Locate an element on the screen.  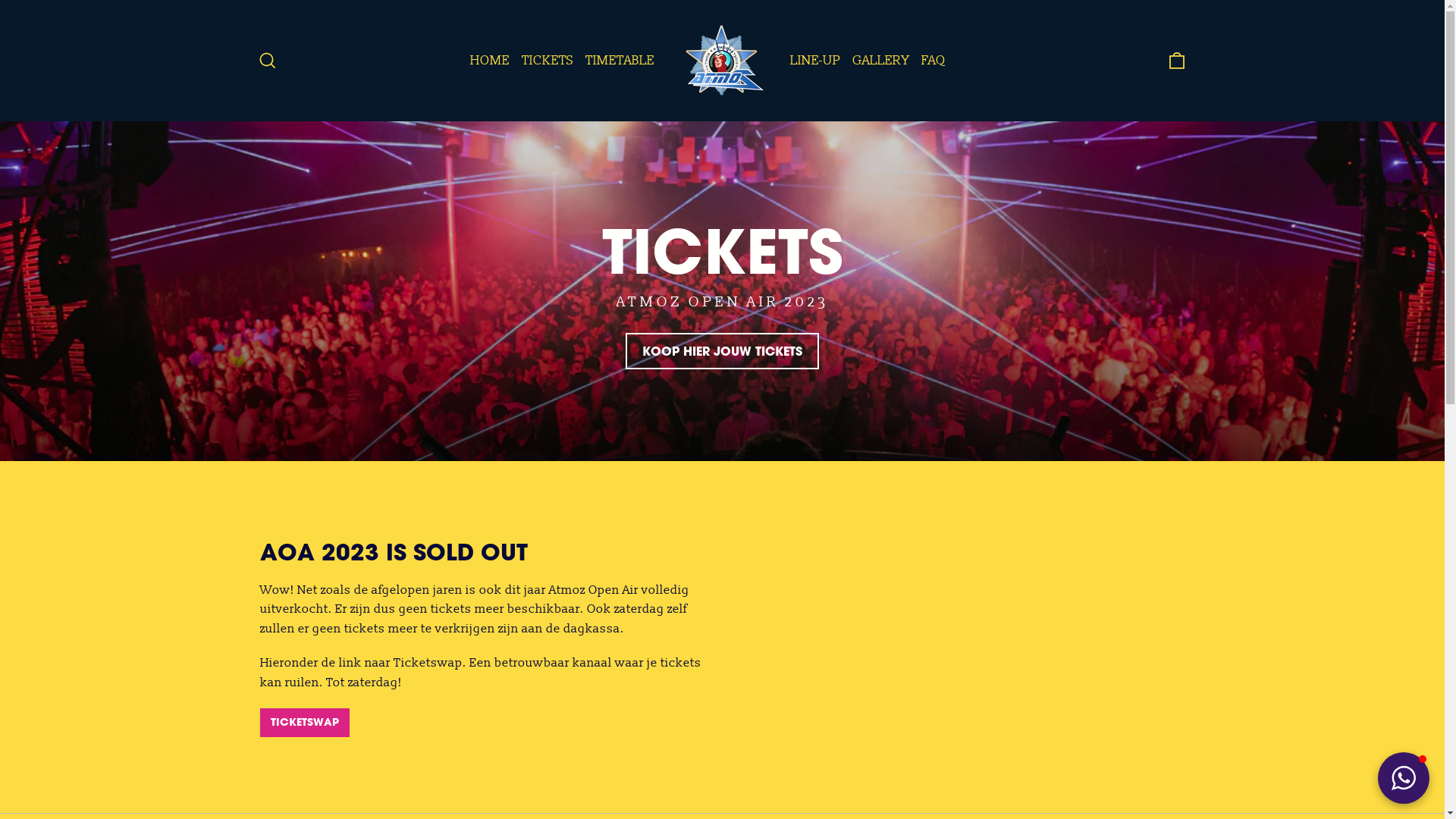
'Cart' is located at coordinates (1159, 60).